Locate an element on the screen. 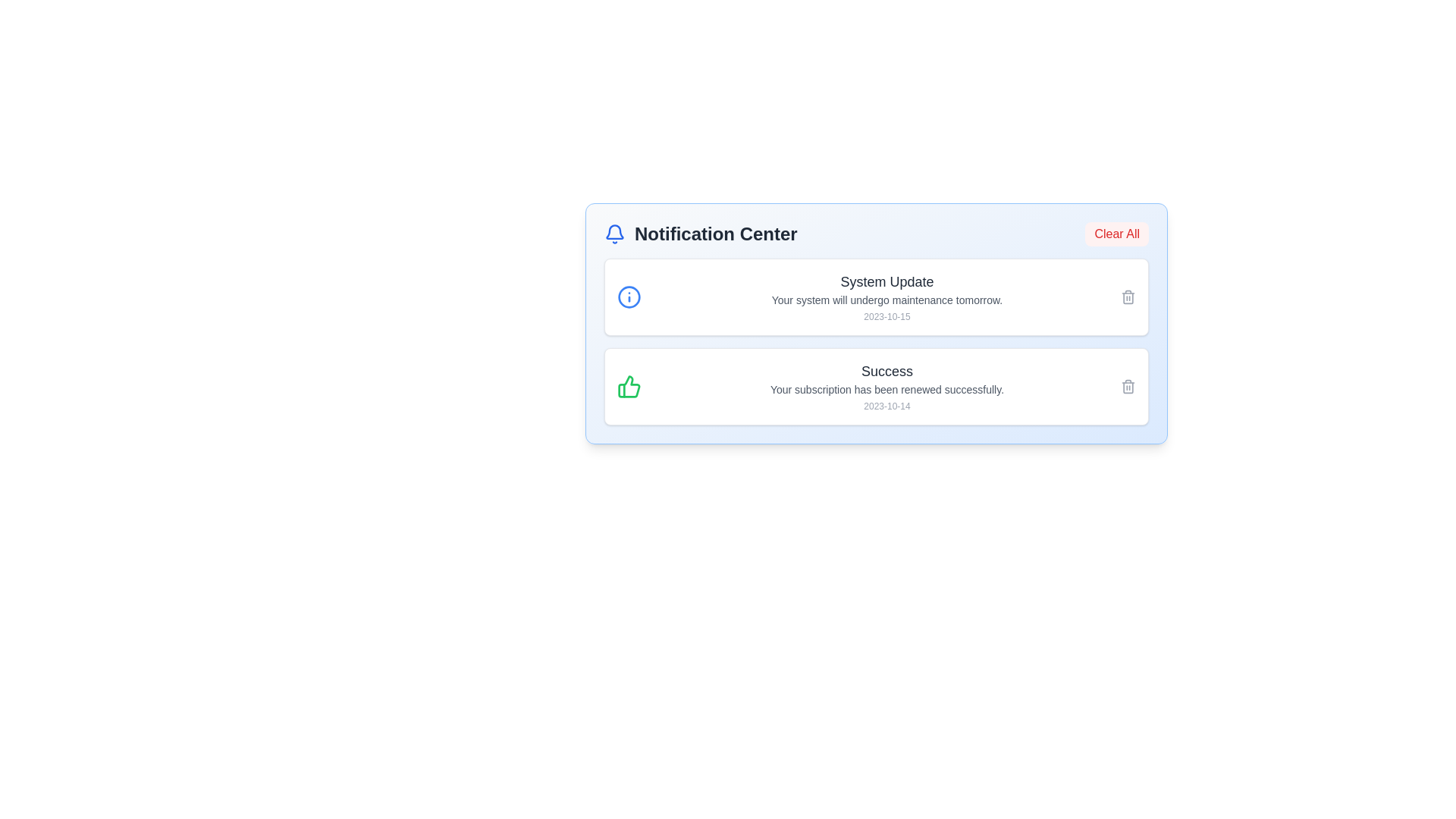 This screenshot has height=819, width=1456. the first notification card in the Notification Center that has a white background and contains the title 'System Update' is located at coordinates (877, 297).